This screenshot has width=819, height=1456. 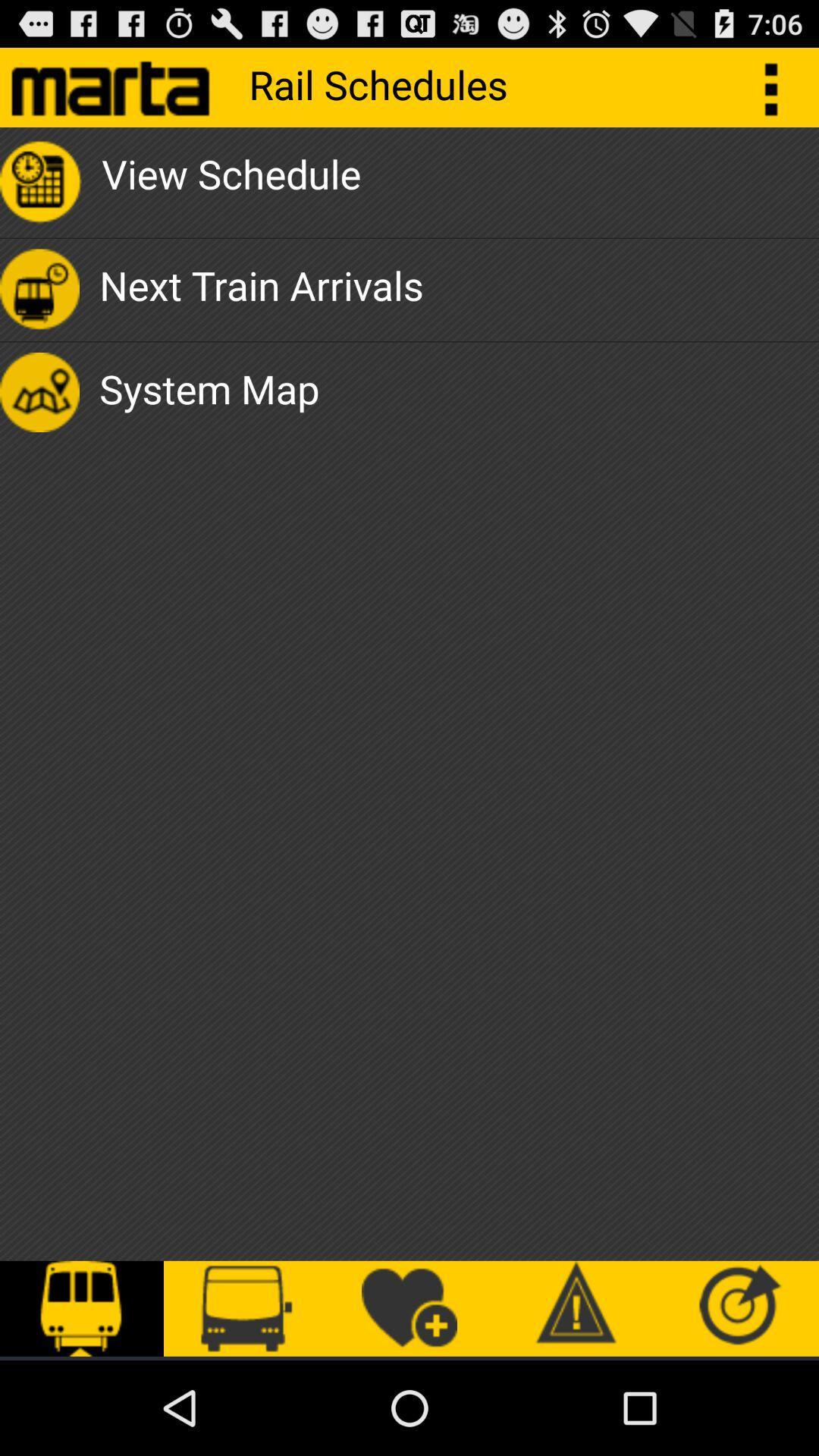 What do you see at coordinates (260, 290) in the screenshot?
I see `the icon below the view schedule` at bounding box center [260, 290].